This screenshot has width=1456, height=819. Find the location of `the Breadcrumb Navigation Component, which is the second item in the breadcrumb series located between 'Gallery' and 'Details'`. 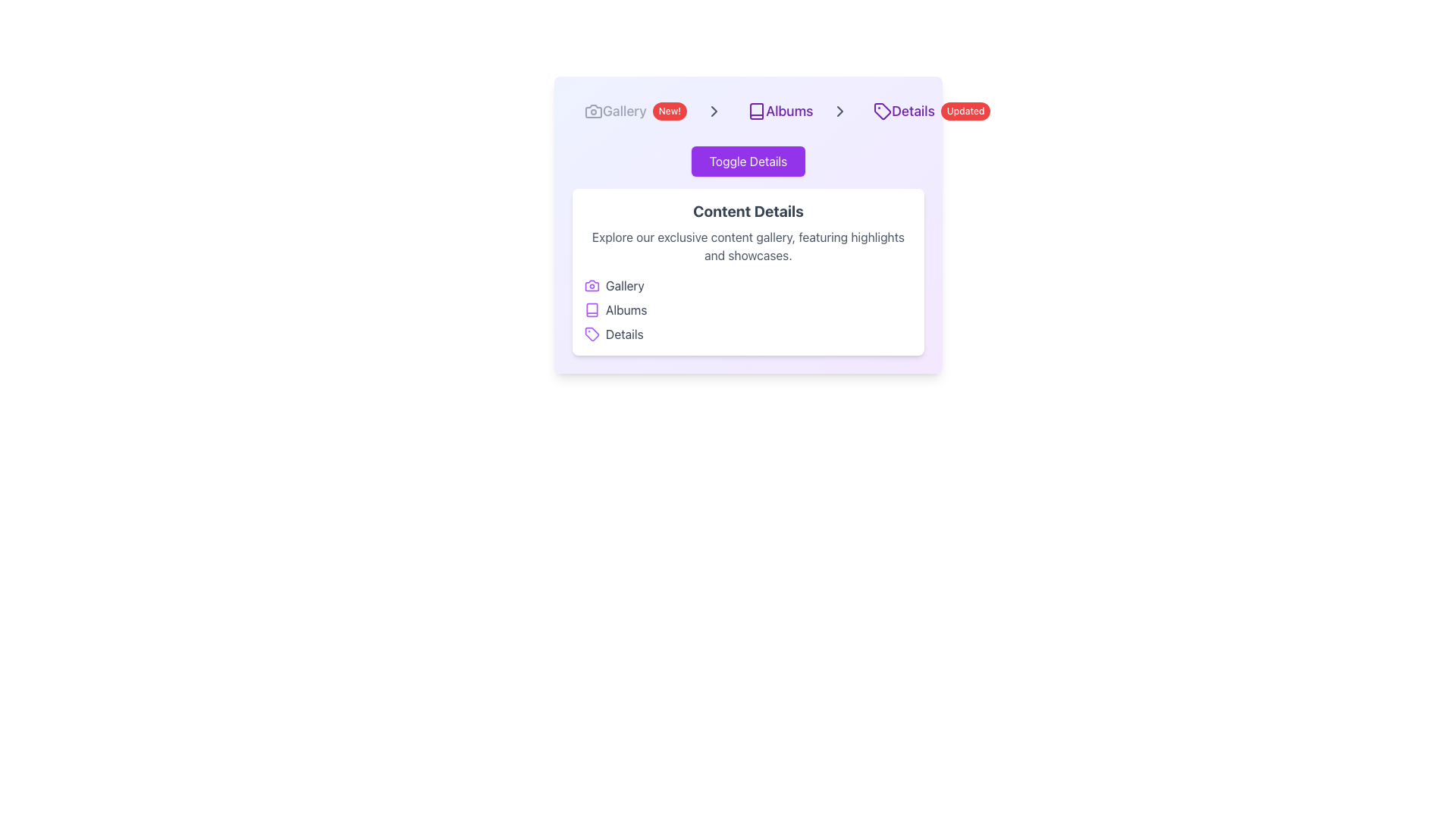

the Breadcrumb Navigation Component, which is the second item in the breadcrumb series located between 'Gallery' and 'Details' is located at coordinates (792, 110).